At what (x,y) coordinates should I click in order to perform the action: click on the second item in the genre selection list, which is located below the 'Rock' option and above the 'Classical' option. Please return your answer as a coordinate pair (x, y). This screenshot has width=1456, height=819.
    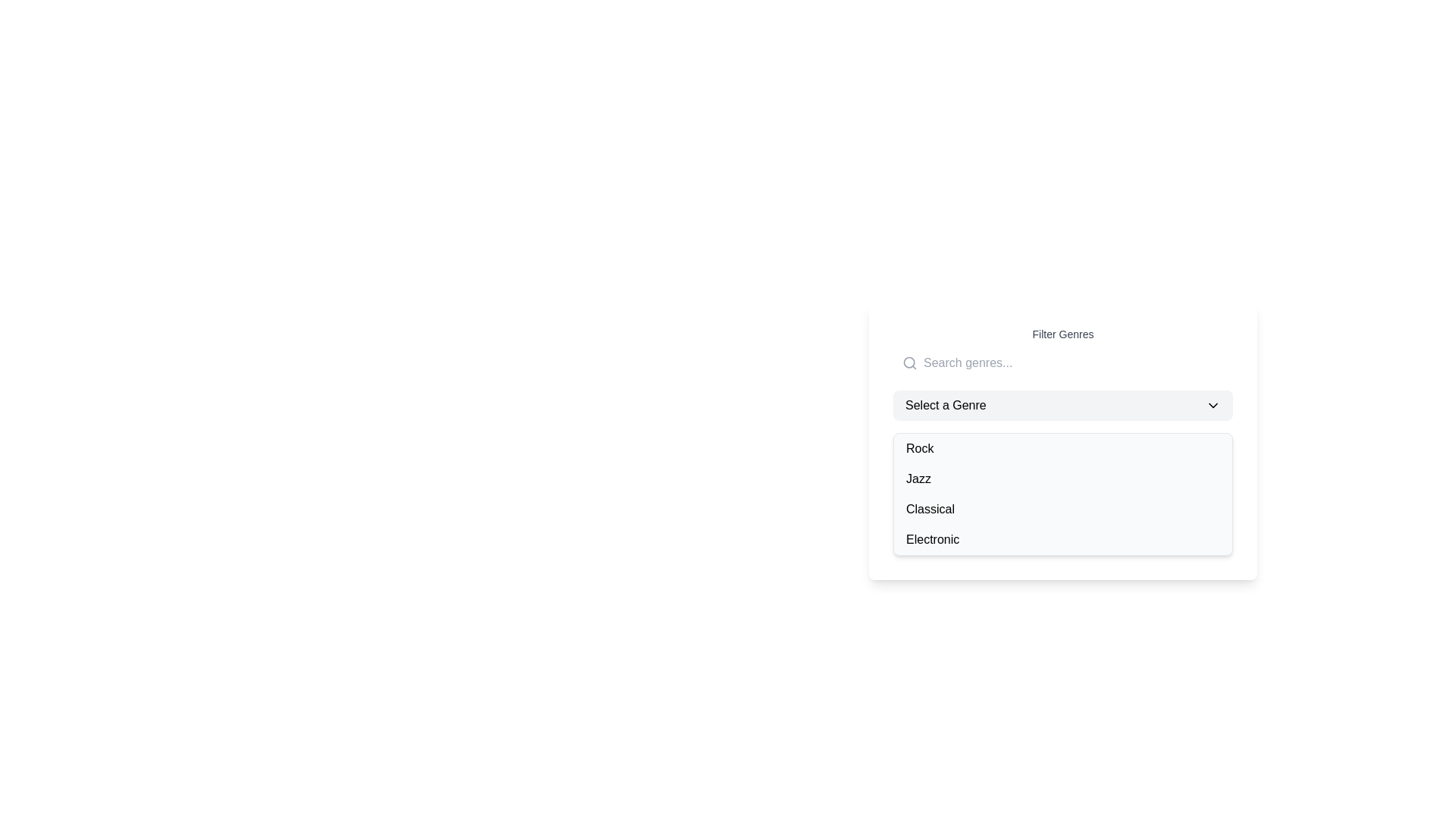
    Looking at the image, I should click on (1062, 479).